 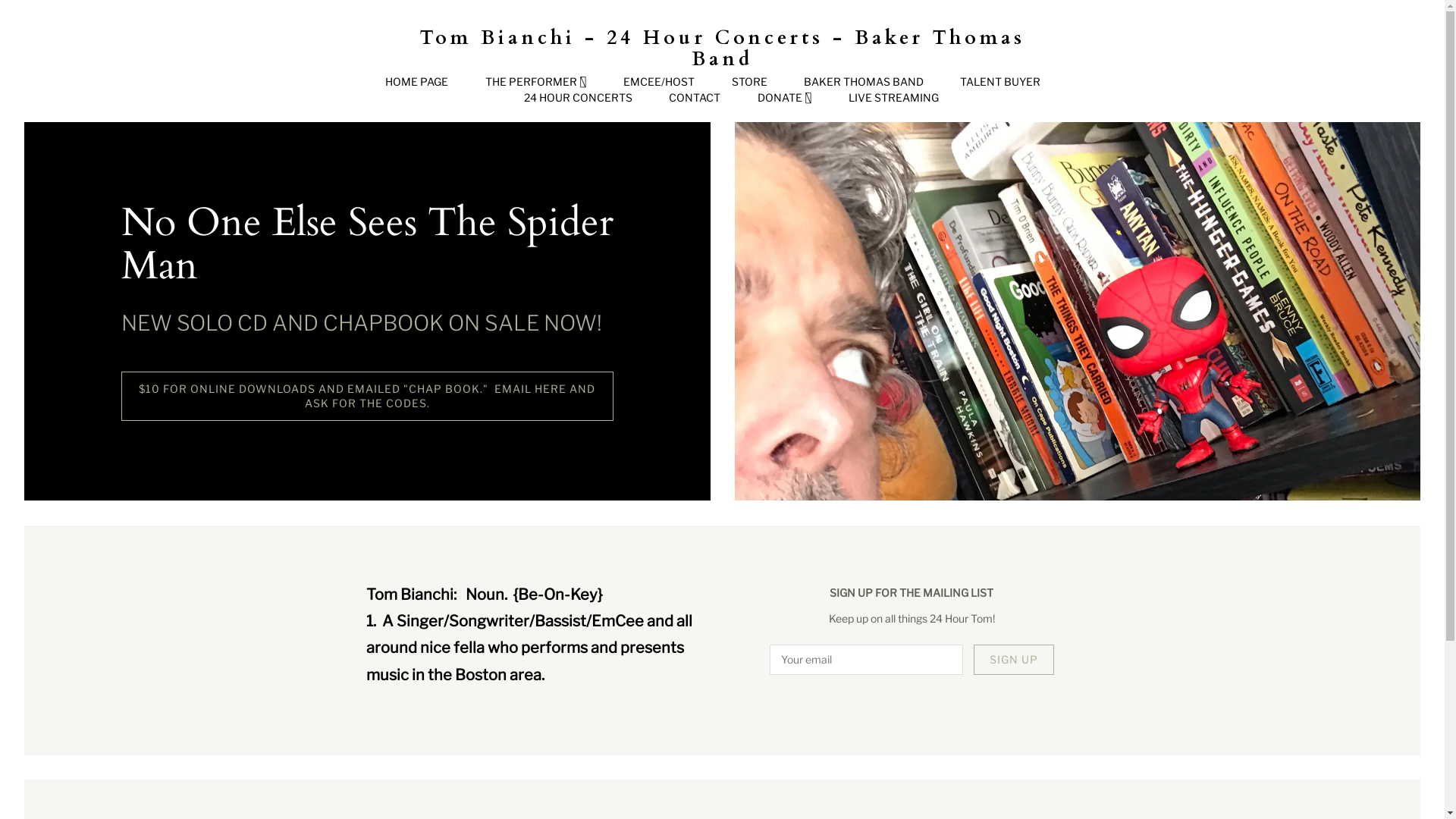 What do you see at coordinates (863, 82) in the screenshot?
I see `'BAKER THOMAS BAND'` at bounding box center [863, 82].